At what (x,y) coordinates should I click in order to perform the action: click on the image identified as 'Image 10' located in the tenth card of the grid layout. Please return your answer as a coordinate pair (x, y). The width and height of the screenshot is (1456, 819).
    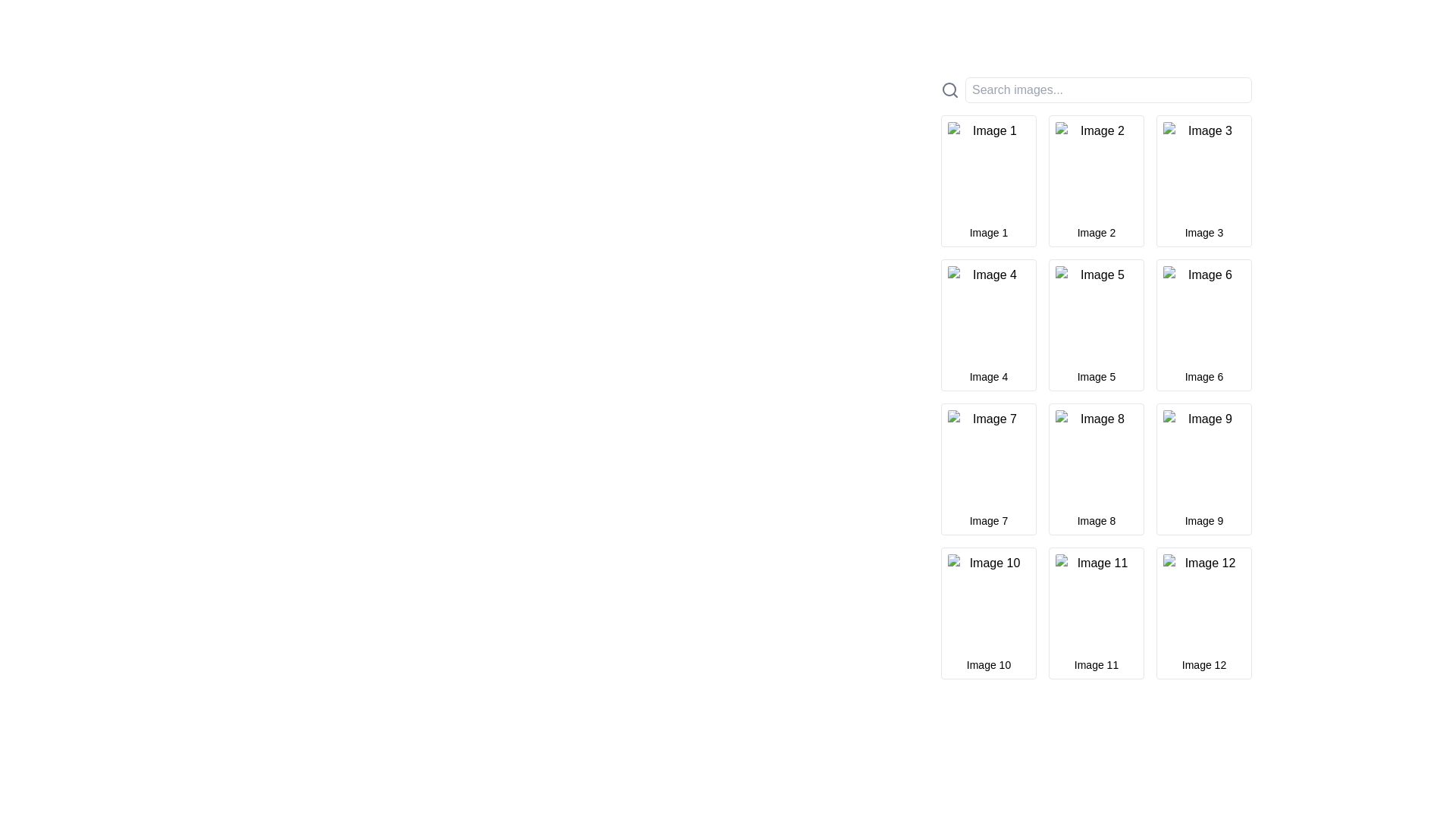
    Looking at the image, I should click on (989, 601).